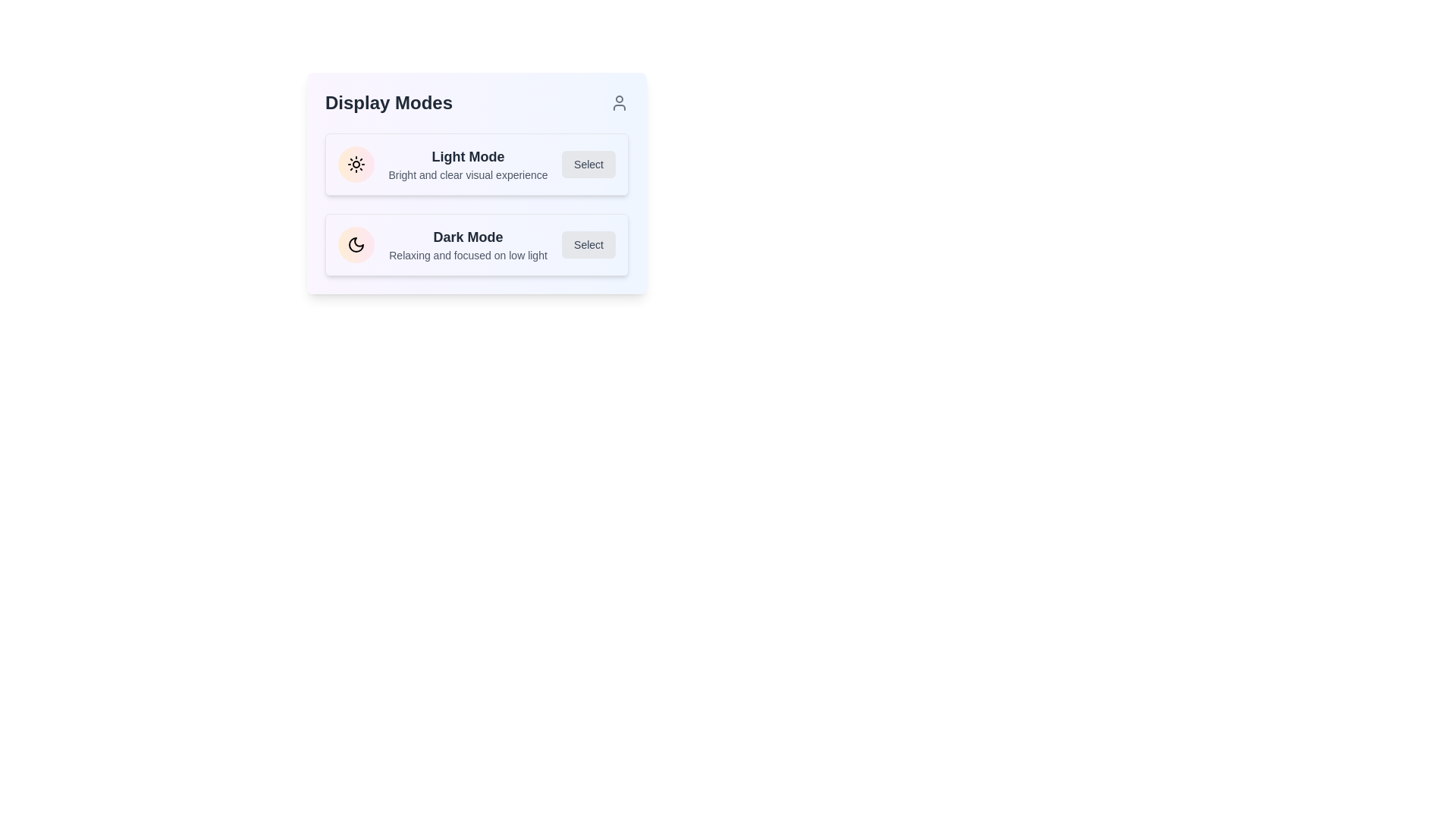 The width and height of the screenshot is (1456, 819). What do you see at coordinates (588, 164) in the screenshot?
I see `the 'Select' button, which is a rectangular button with rounded corners and light gray background, located in the 'Light Mode' section of the 'Display Modes' card` at bounding box center [588, 164].